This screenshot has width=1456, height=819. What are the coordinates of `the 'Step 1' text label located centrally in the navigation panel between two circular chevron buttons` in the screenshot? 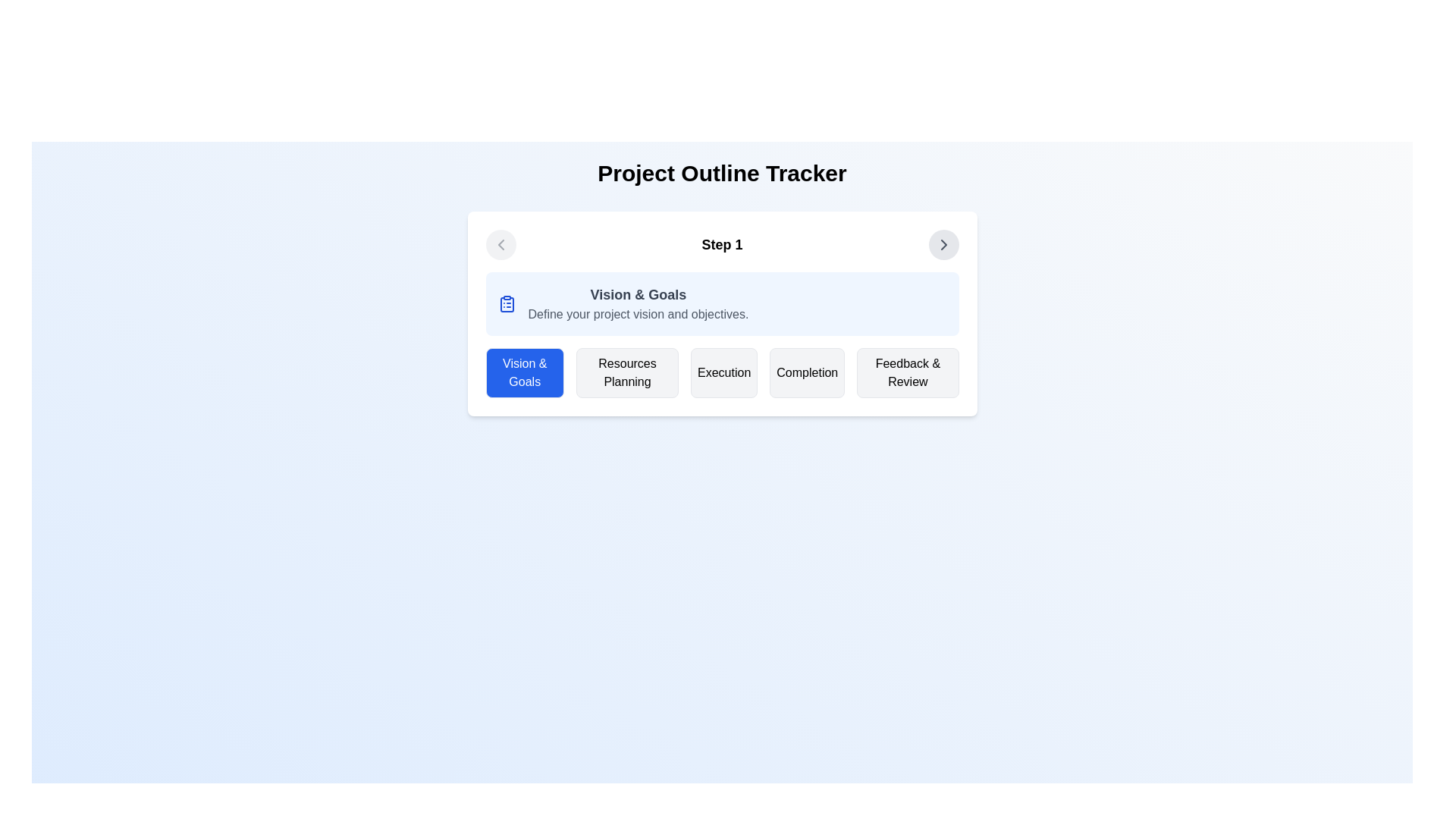 It's located at (721, 244).